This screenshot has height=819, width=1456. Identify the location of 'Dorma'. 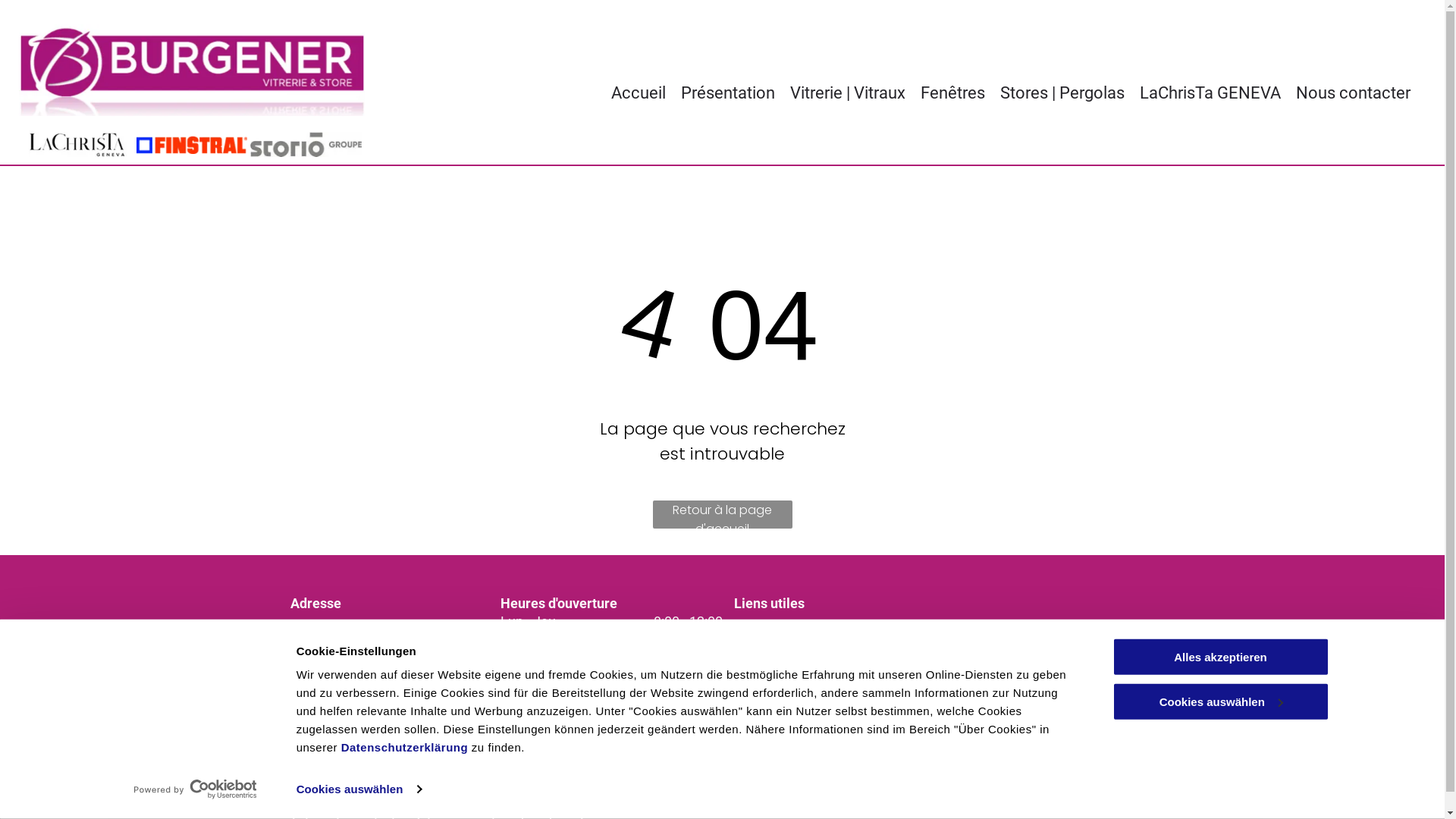
(765, 648).